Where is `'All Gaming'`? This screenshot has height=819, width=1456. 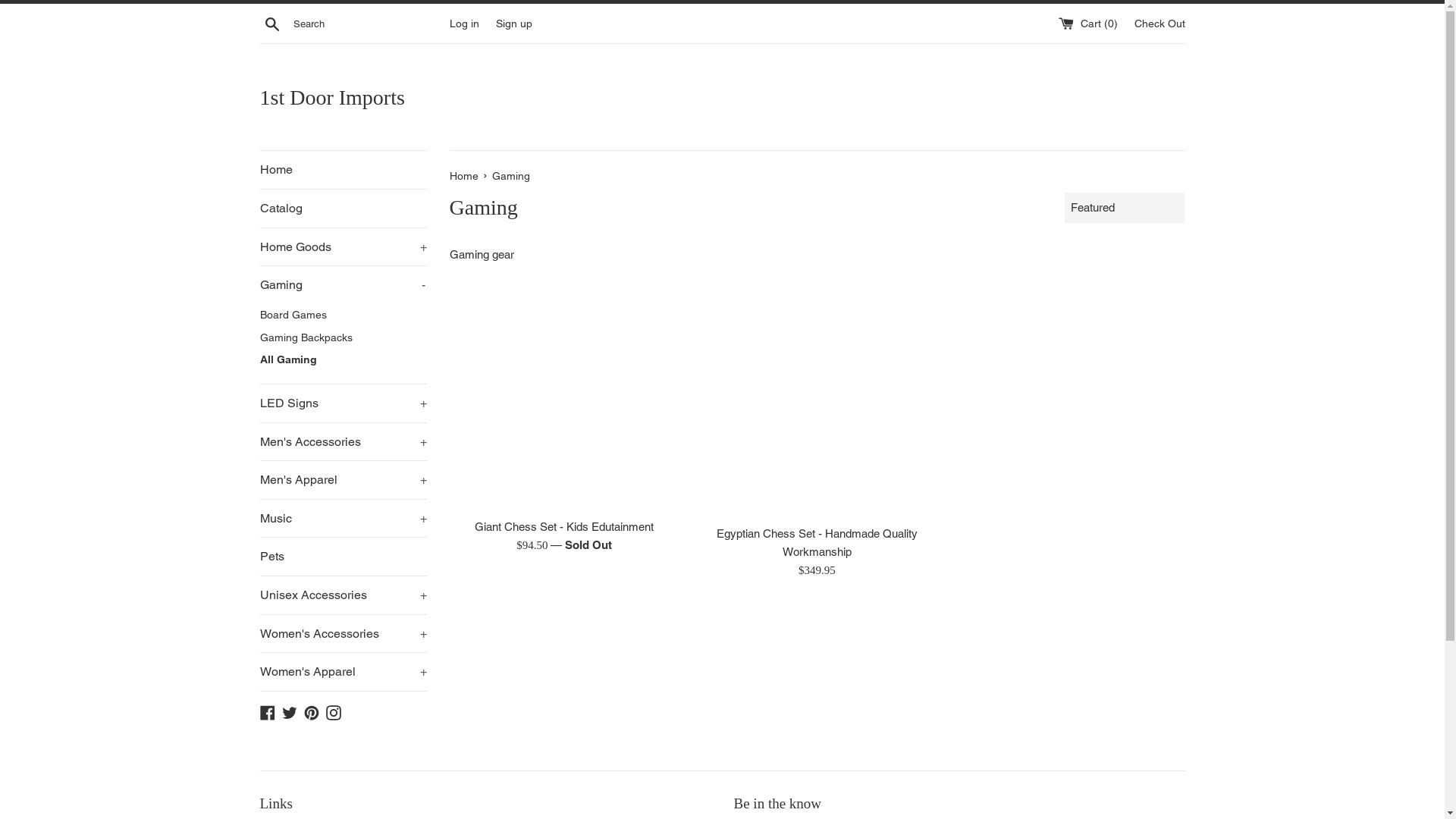
'All Gaming' is located at coordinates (341, 359).